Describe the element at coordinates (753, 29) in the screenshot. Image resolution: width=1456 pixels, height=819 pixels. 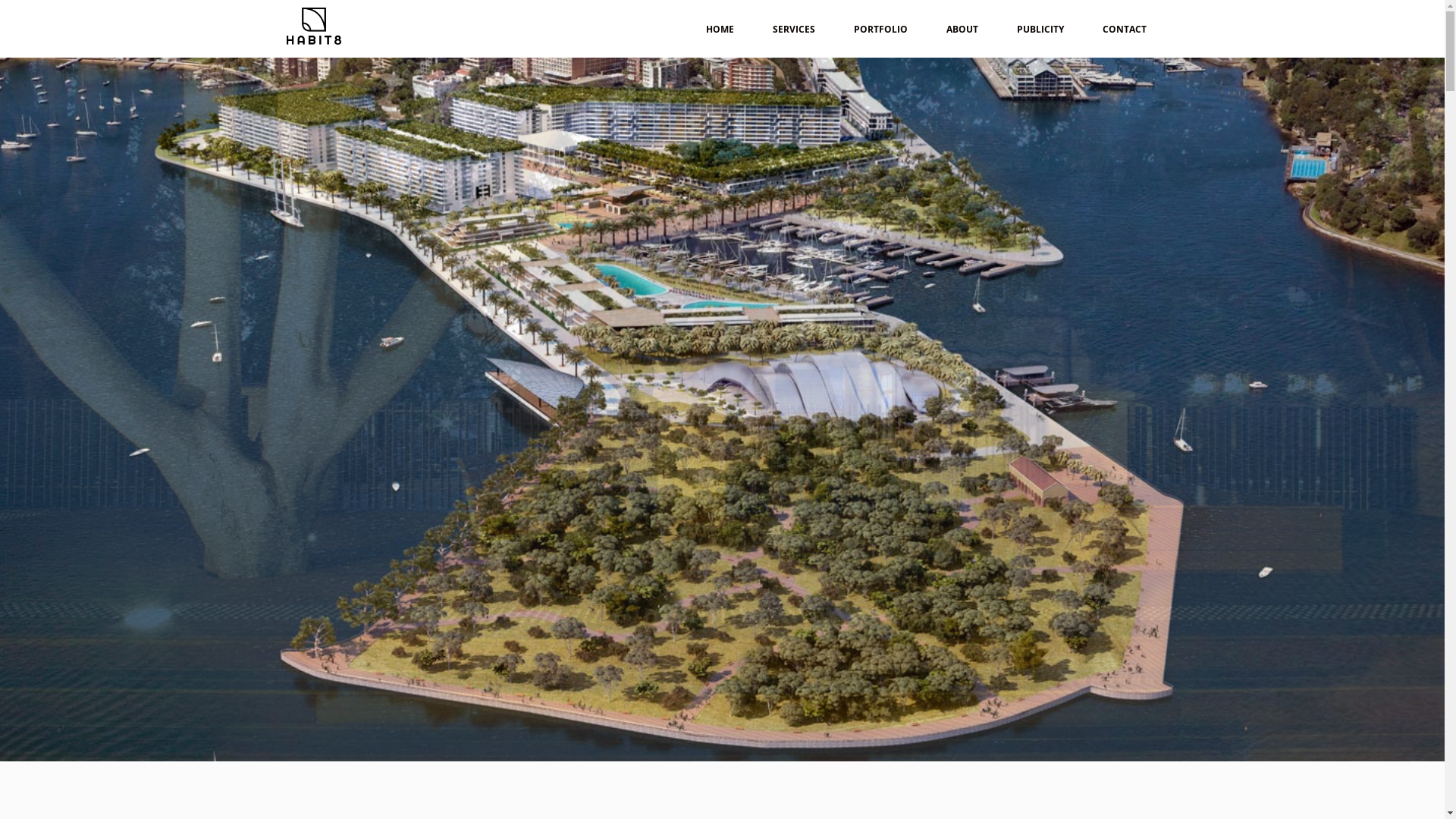
I see `'SERVICES'` at that location.